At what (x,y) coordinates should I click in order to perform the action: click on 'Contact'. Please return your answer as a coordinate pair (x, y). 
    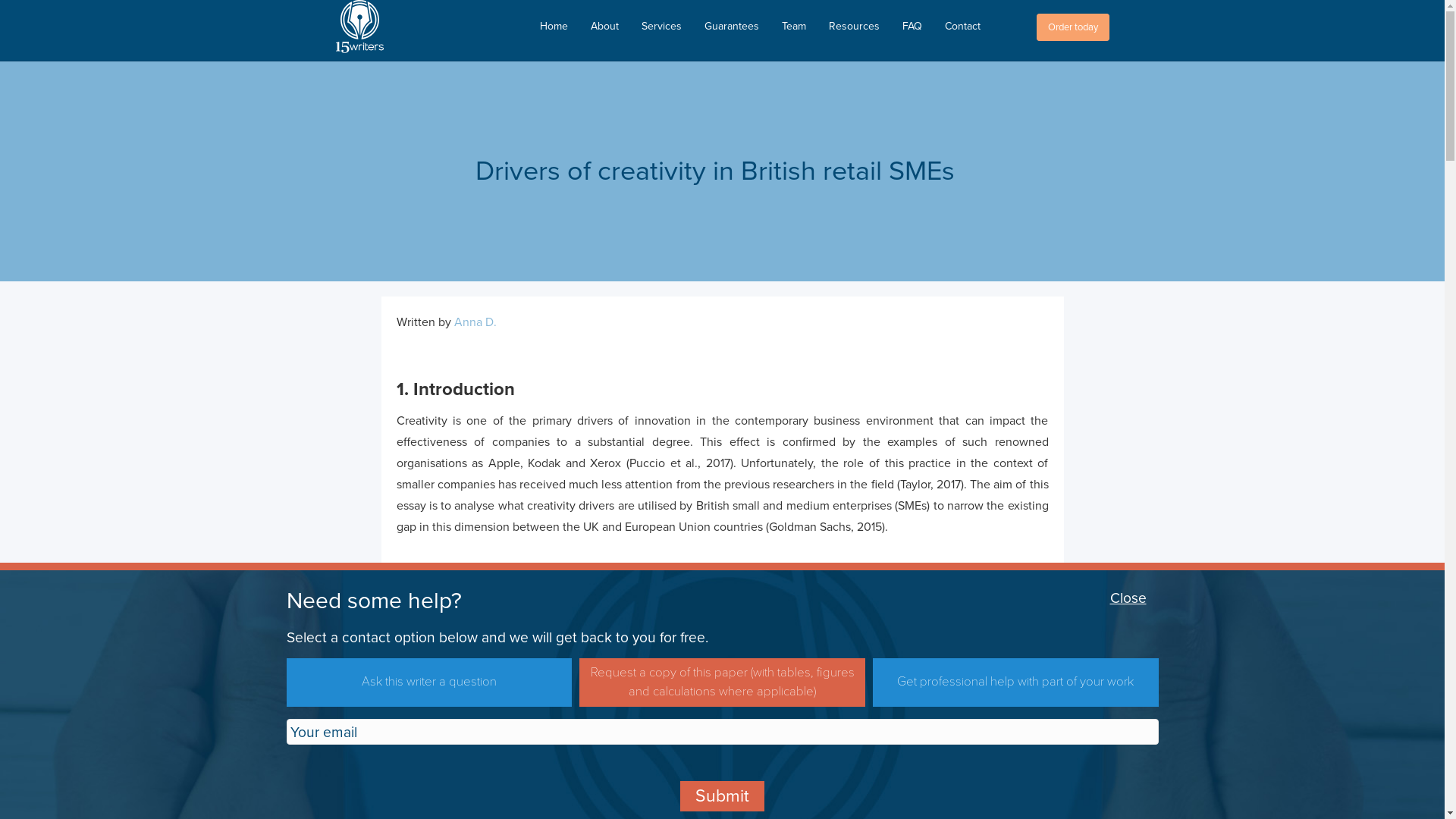
    Looking at the image, I should click on (955, 26).